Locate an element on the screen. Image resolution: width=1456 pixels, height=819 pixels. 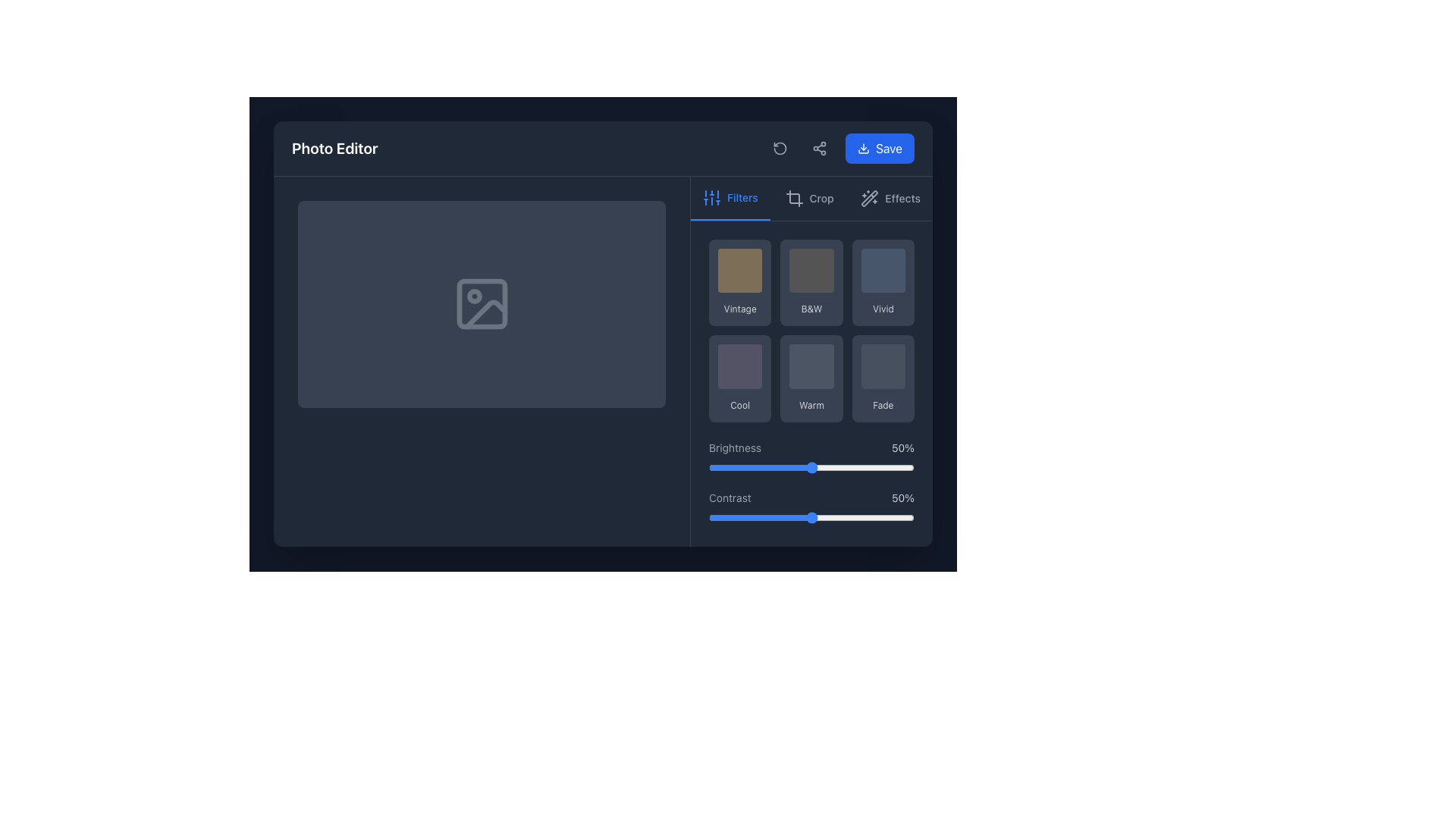
the grayish square-shaped button with rounded borders located in the 'Warm' section of the grid layout is located at coordinates (811, 366).